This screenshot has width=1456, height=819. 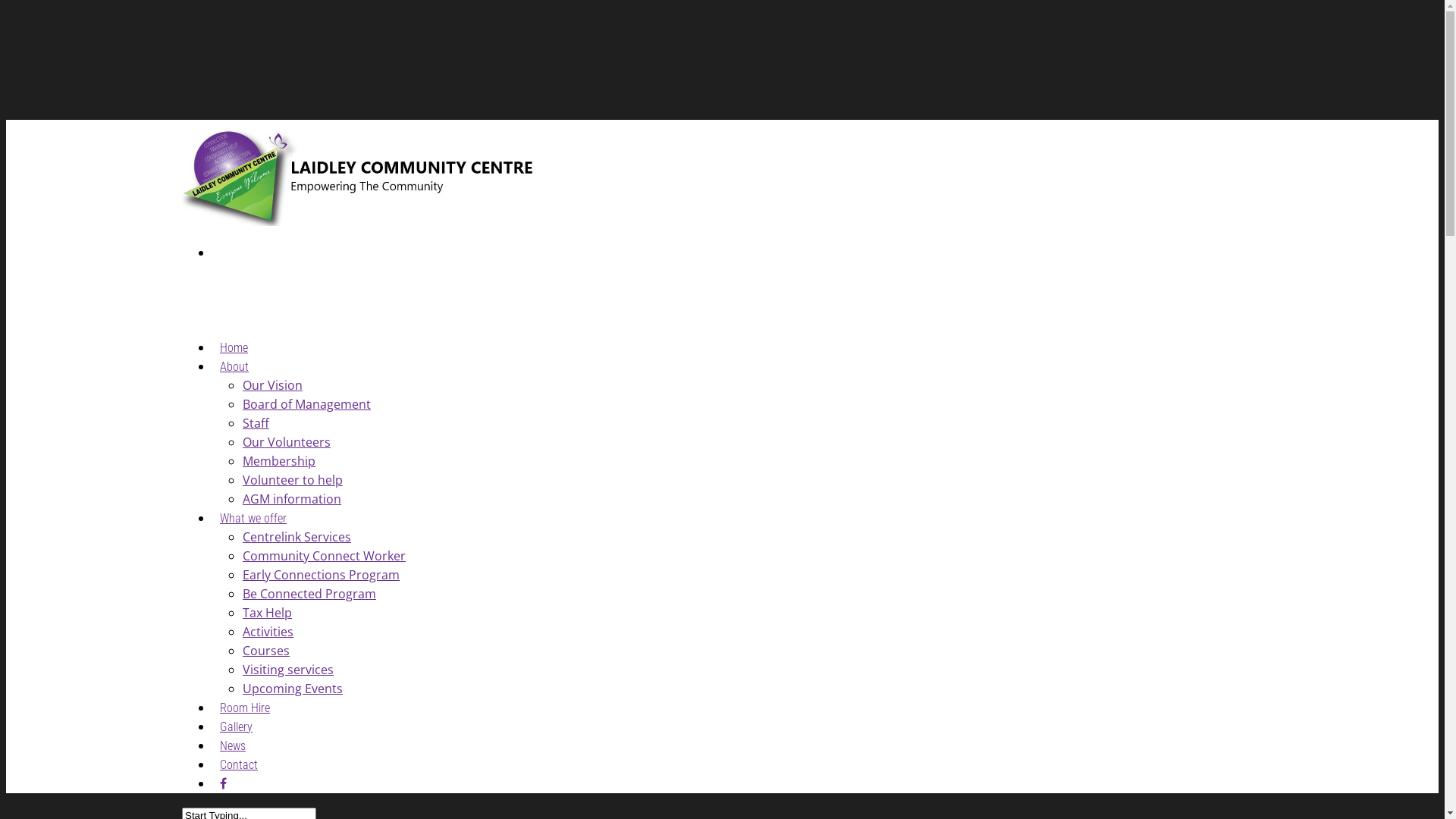 I want to click on 'Visiting services', so click(x=287, y=669).